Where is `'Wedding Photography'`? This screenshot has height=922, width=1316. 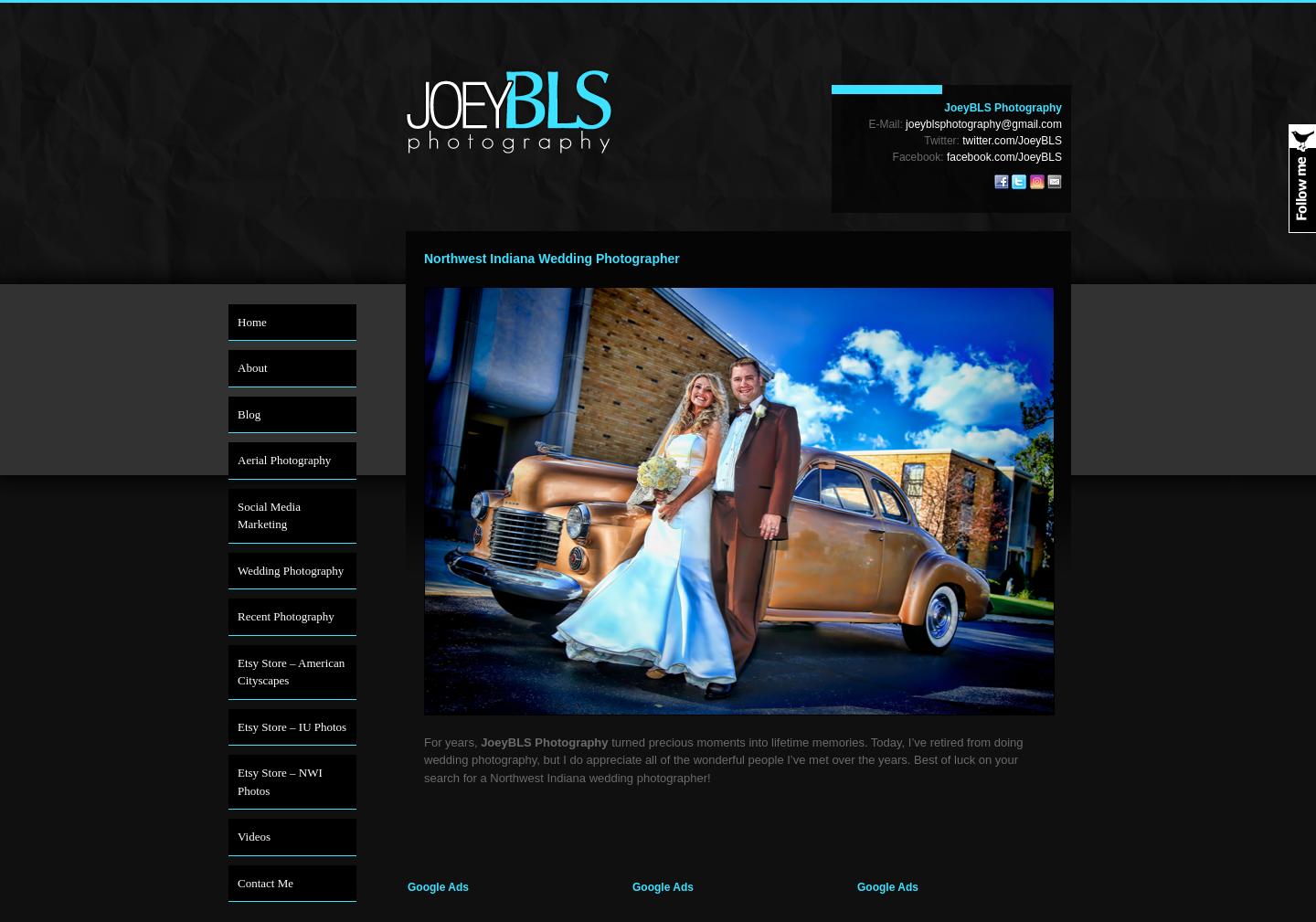 'Wedding Photography' is located at coordinates (290, 569).